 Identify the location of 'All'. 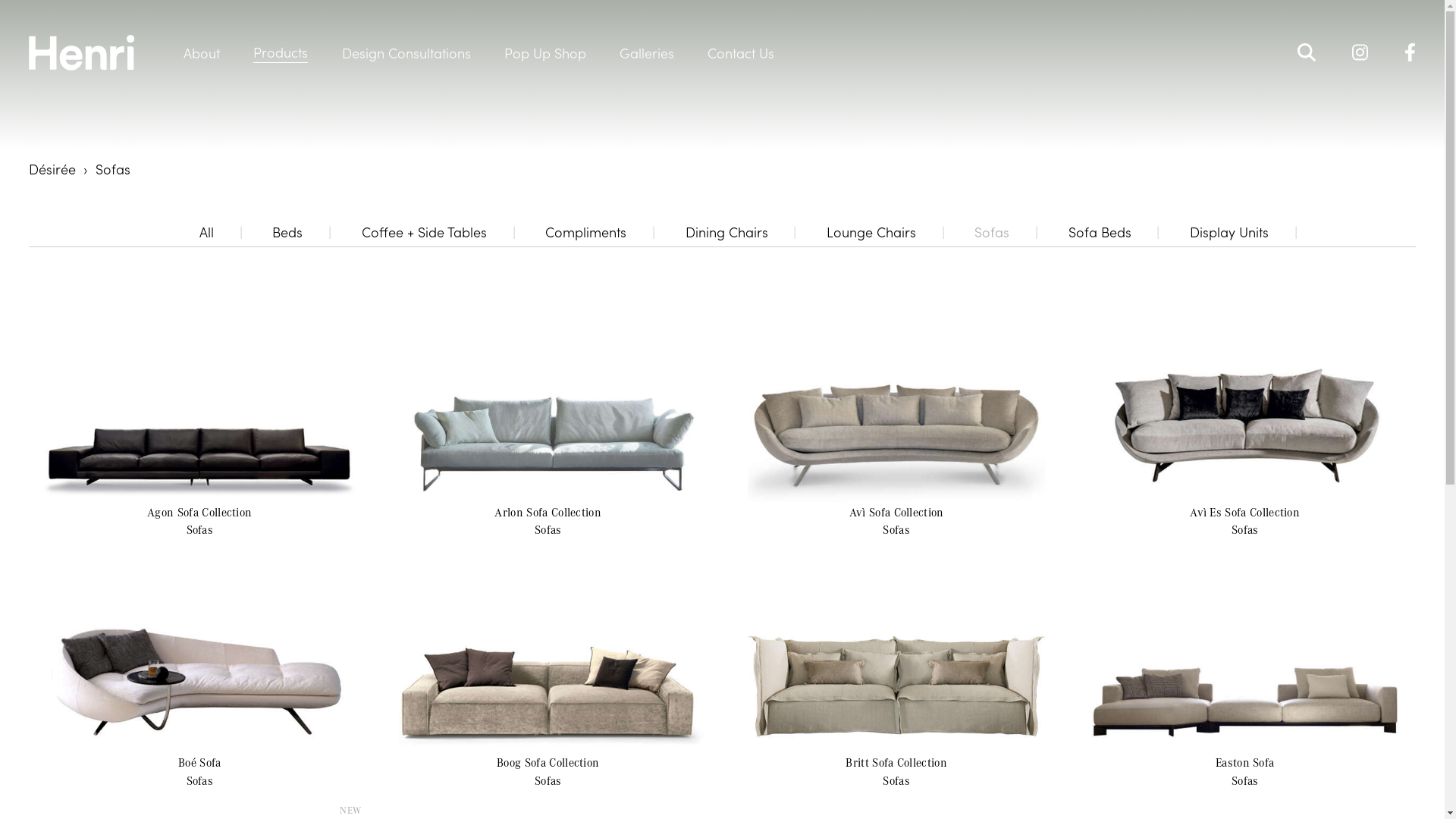
(206, 231).